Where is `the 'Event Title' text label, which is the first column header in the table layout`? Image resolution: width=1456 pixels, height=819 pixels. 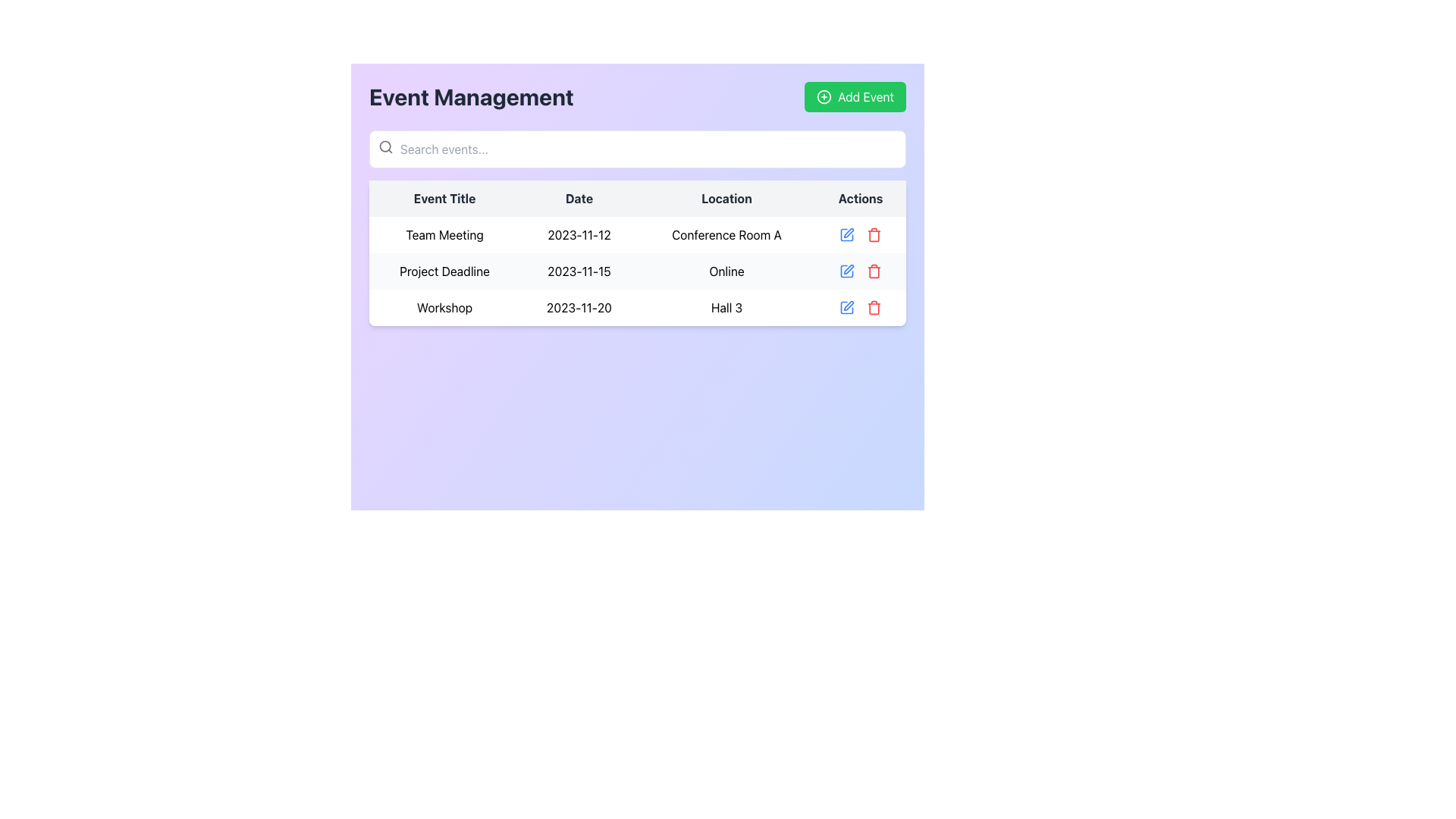 the 'Event Title' text label, which is the first column header in the table layout is located at coordinates (444, 198).